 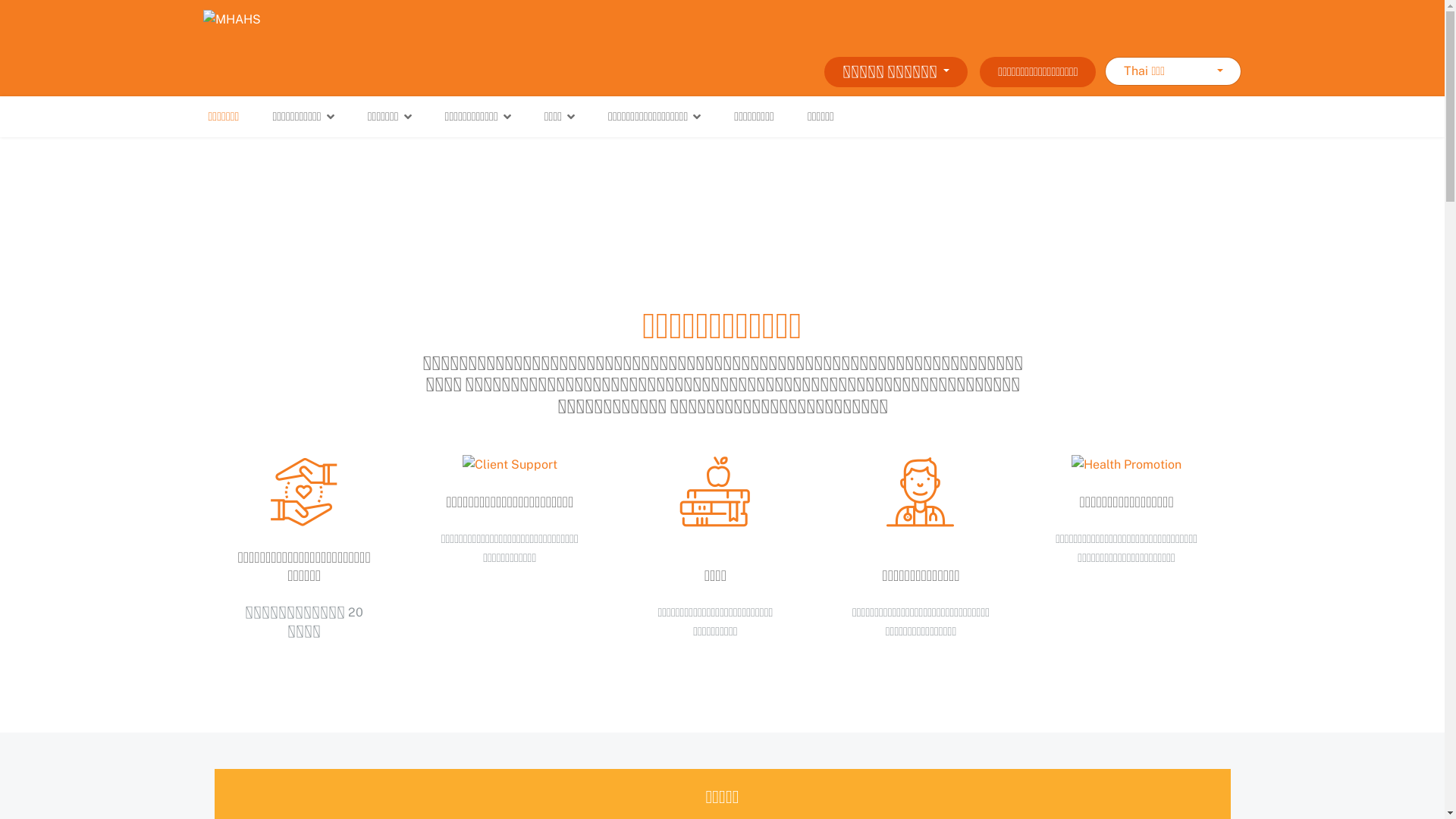 What do you see at coordinates (510, 464) in the screenshot?
I see `'Client Support'` at bounding box center [510, 464].